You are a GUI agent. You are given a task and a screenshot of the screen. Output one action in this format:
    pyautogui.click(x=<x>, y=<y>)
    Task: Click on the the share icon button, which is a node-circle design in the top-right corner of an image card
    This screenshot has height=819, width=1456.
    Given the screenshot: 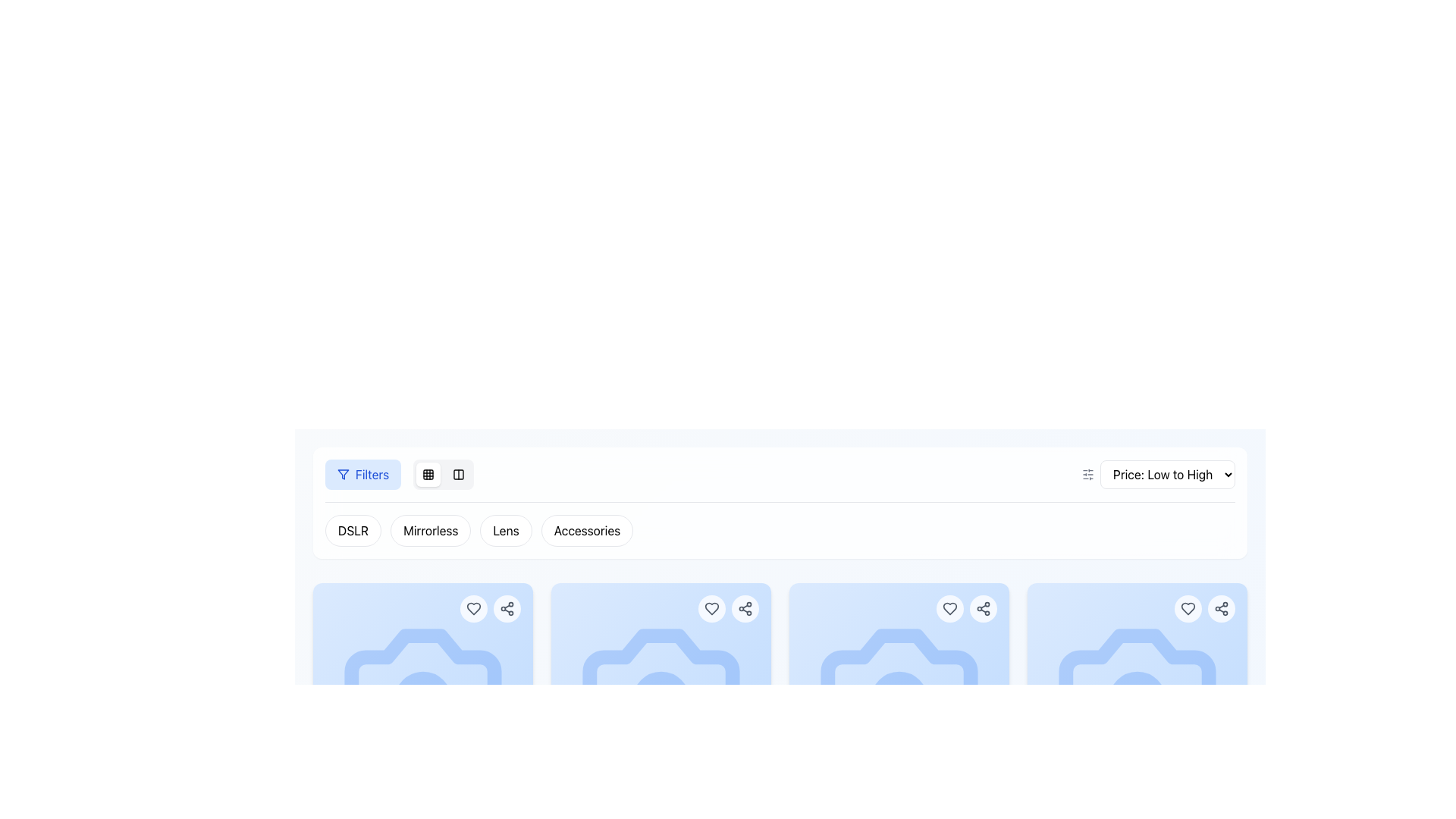 What is the action you would take?
    pyautogui.click(x=507, y=607)
    